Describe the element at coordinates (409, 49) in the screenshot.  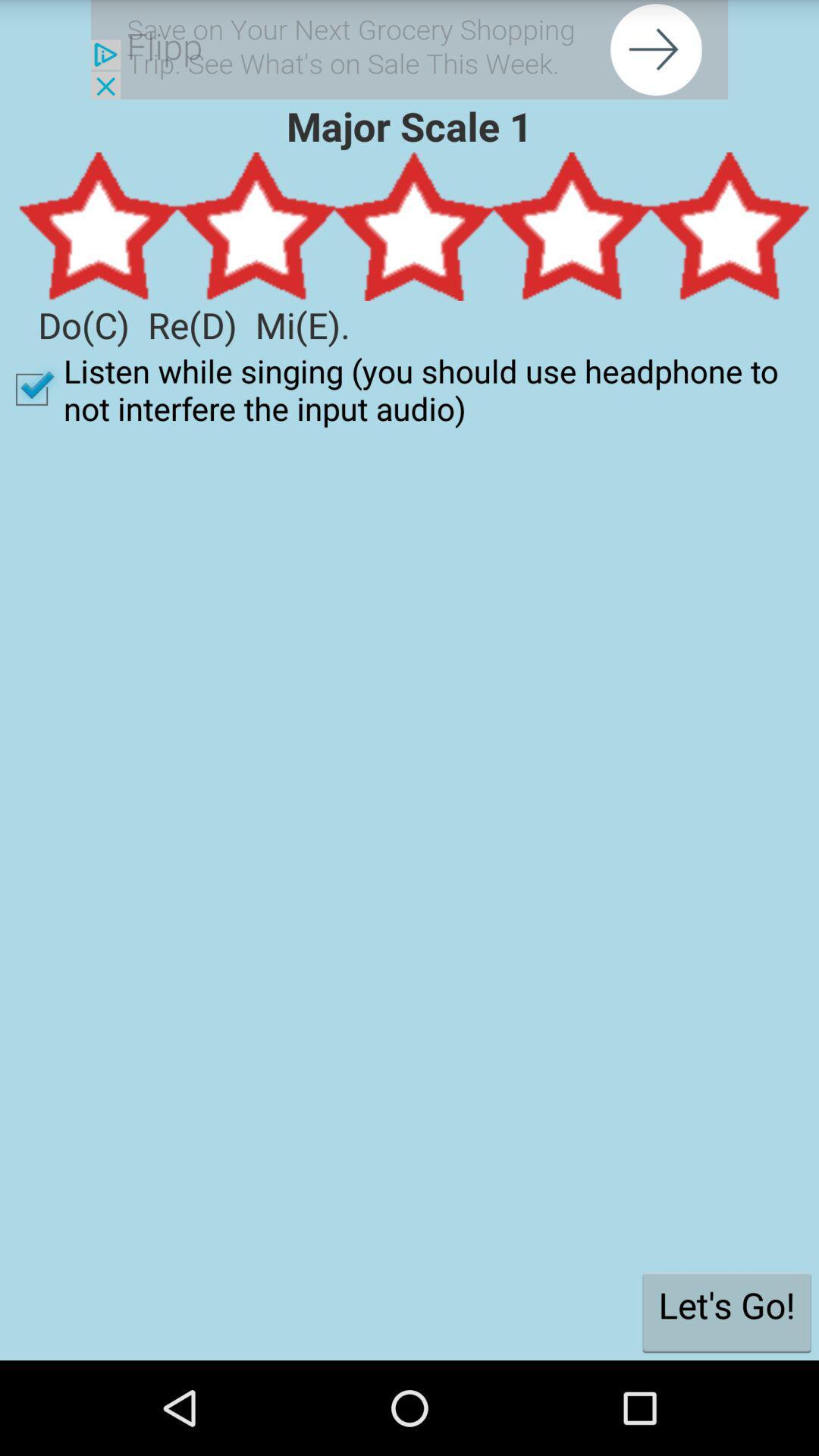
I see `next` at that location.